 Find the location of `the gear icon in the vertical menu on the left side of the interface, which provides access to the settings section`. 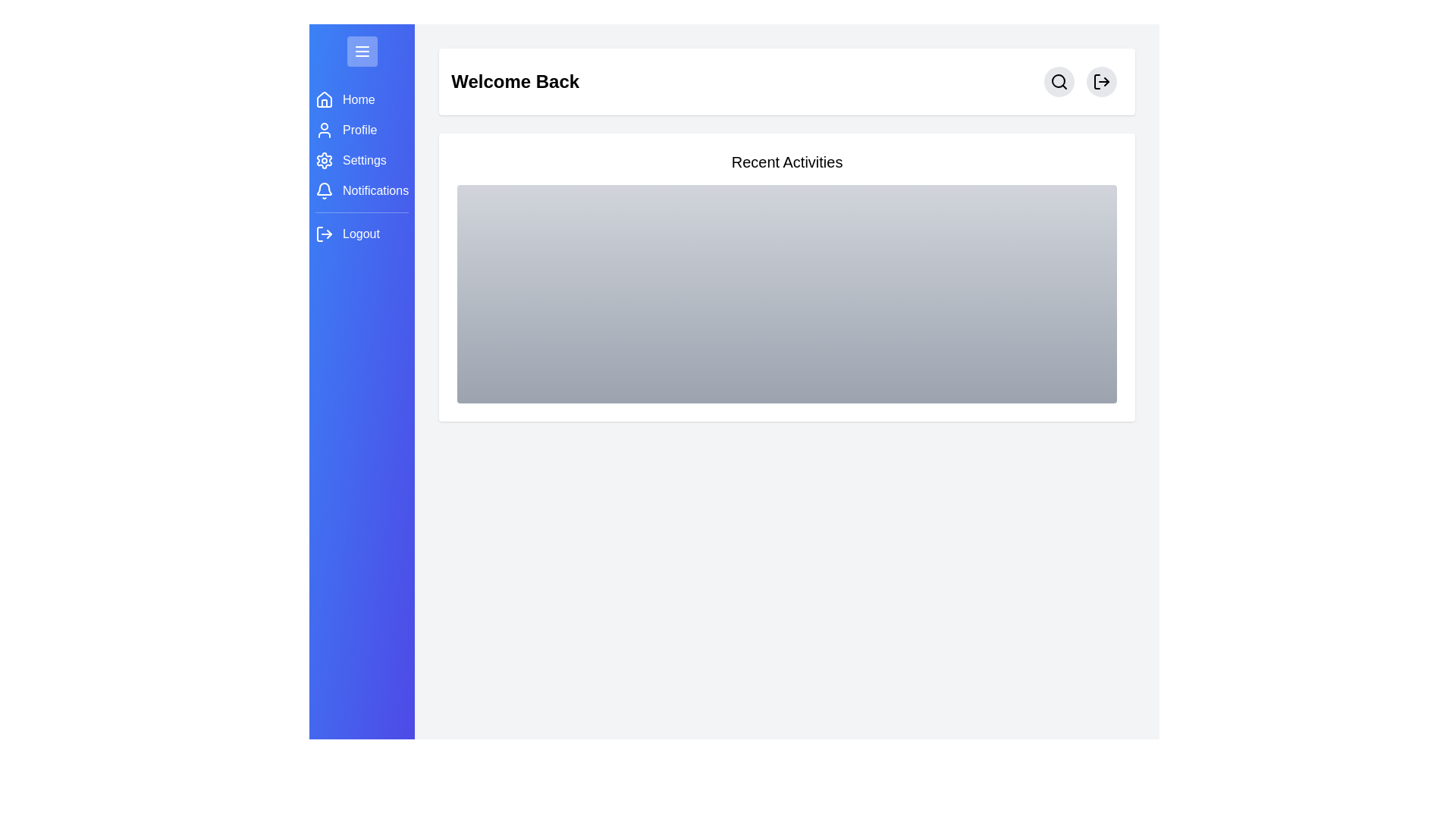

the gear icon in the vertical menu on the left side of the interface, which provides access to the settings section is located at coordinates (323, 161).